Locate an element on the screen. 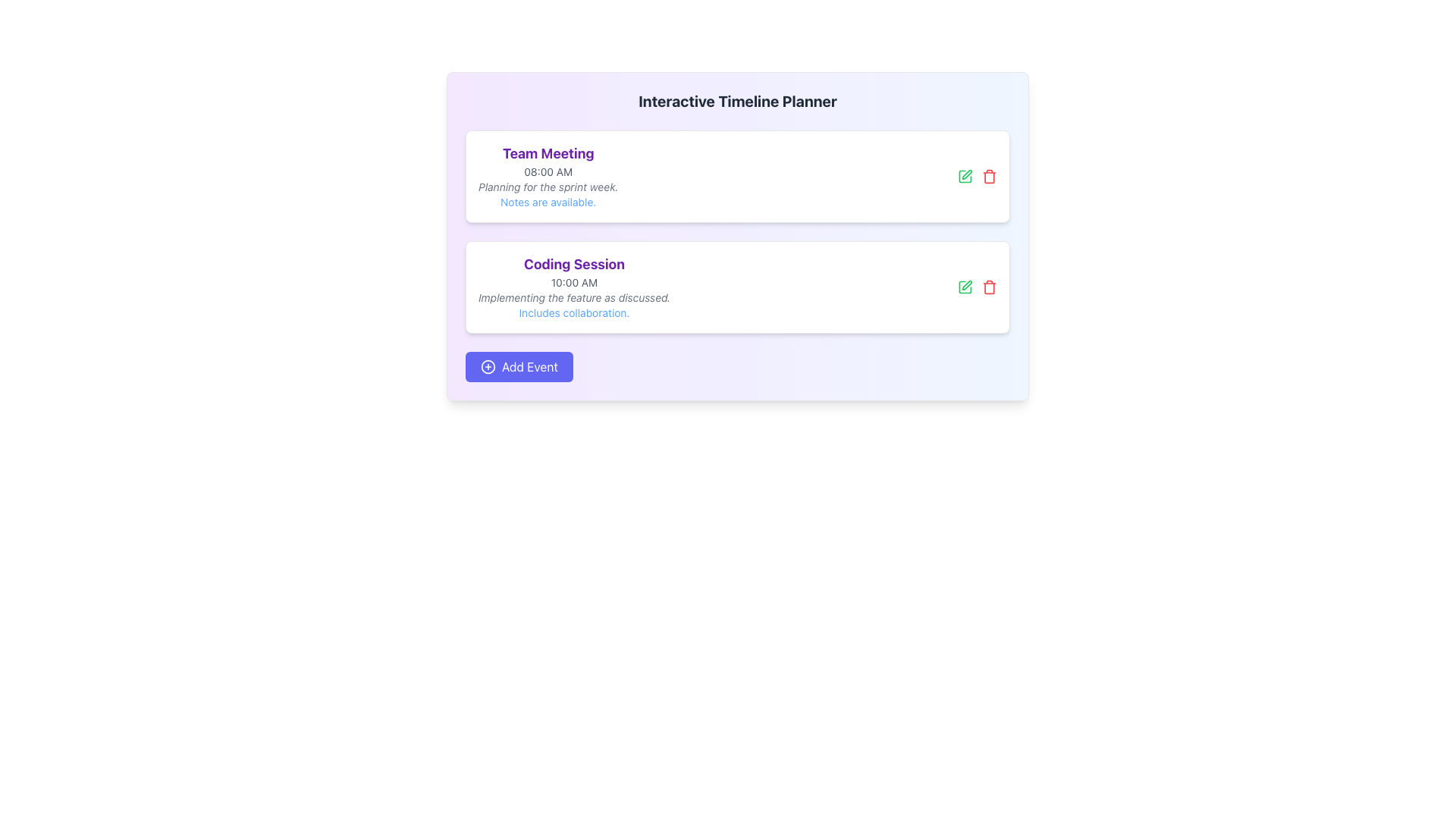  the time label displaying '10:00 AM' located directly below the 'Coding Session' header in the card is located at coordinates (573, 283).